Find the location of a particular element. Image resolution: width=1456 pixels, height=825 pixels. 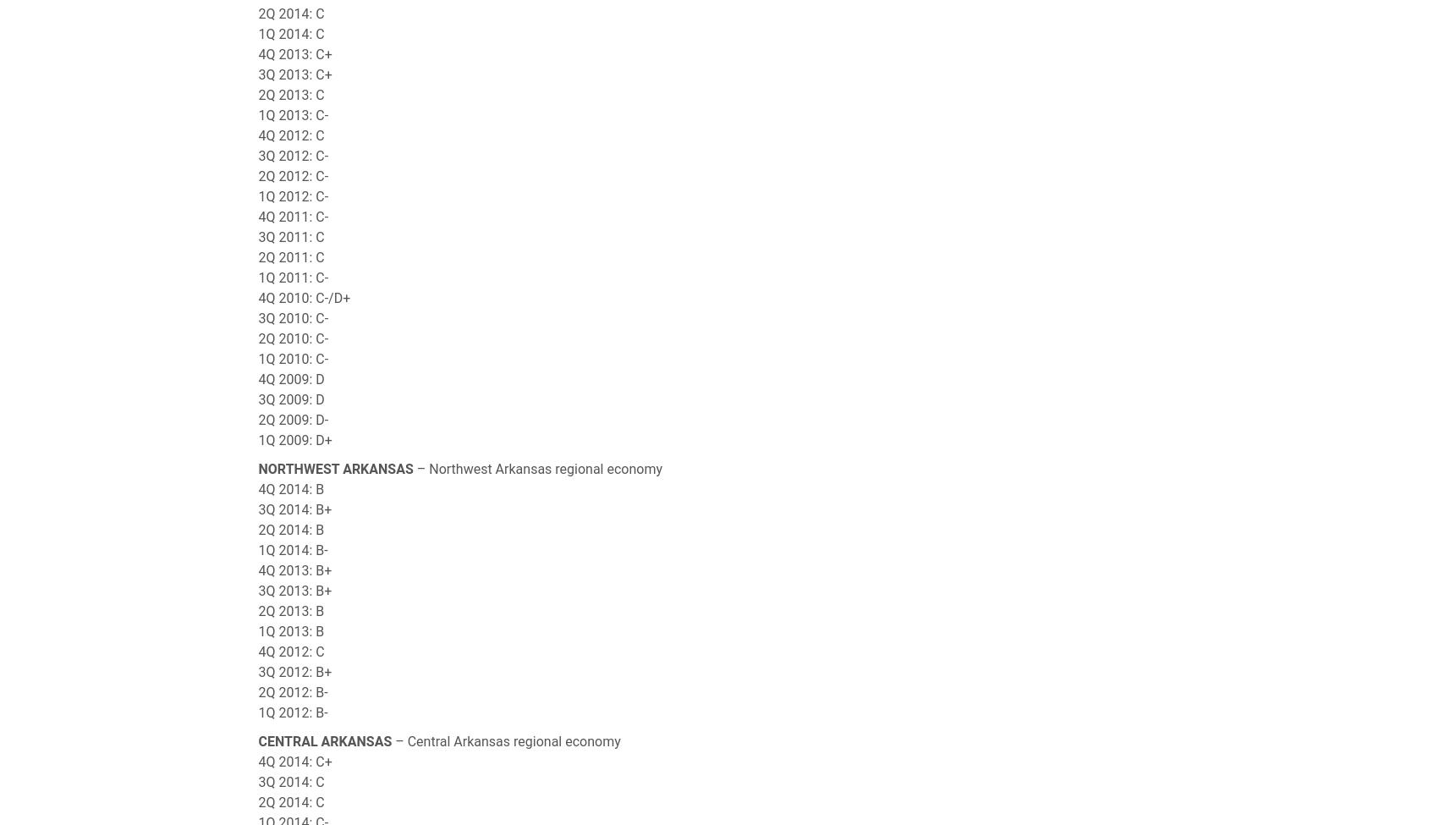

'3Q 2013: C+' is located at coordinates (294, 74).